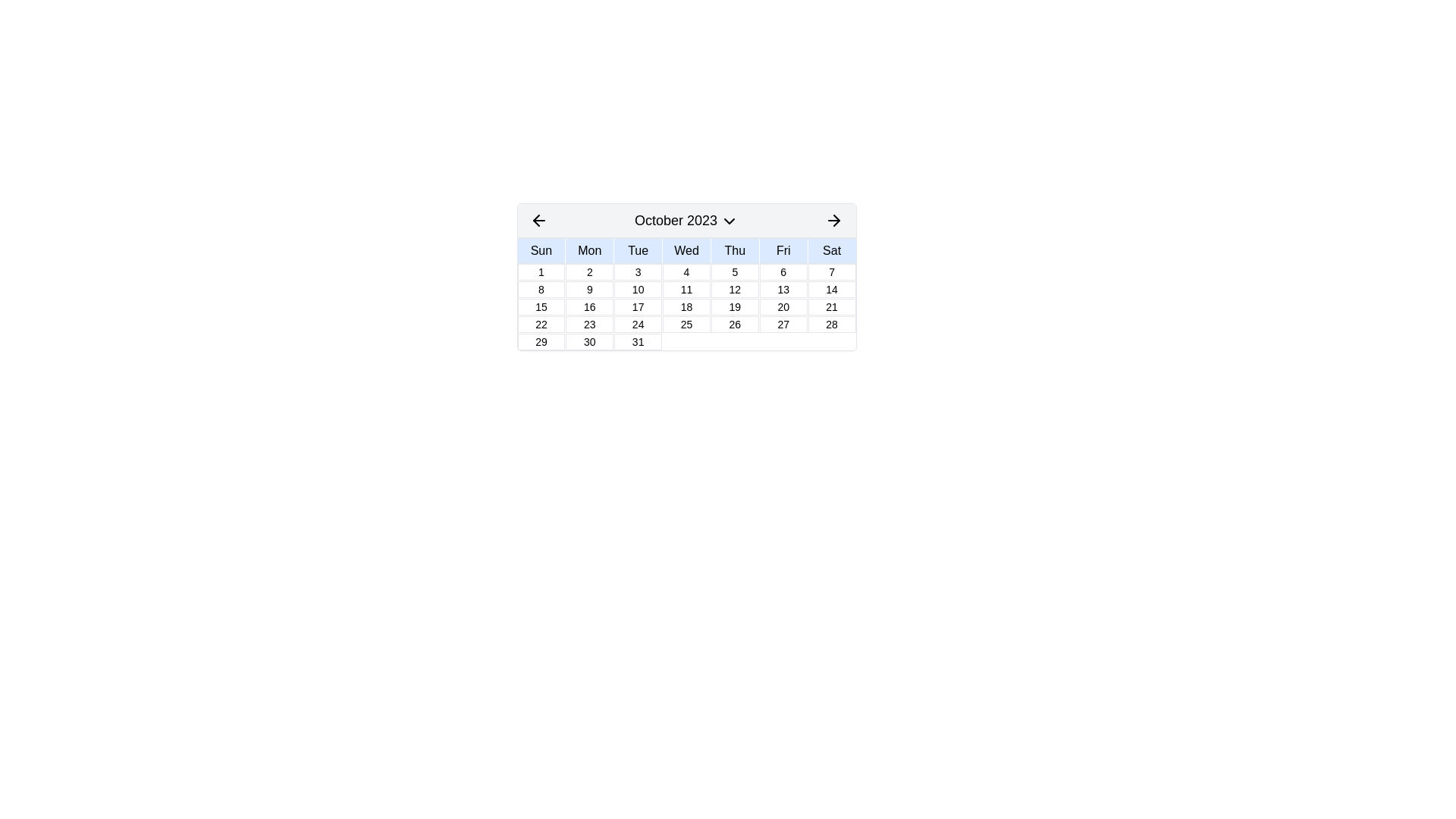 The height and width of the screenshot is (819, 1456). Describe the element at coordinates (783, 324) in the screenshot. I see `the text label displaying '27' in the calendar grid` at that location.